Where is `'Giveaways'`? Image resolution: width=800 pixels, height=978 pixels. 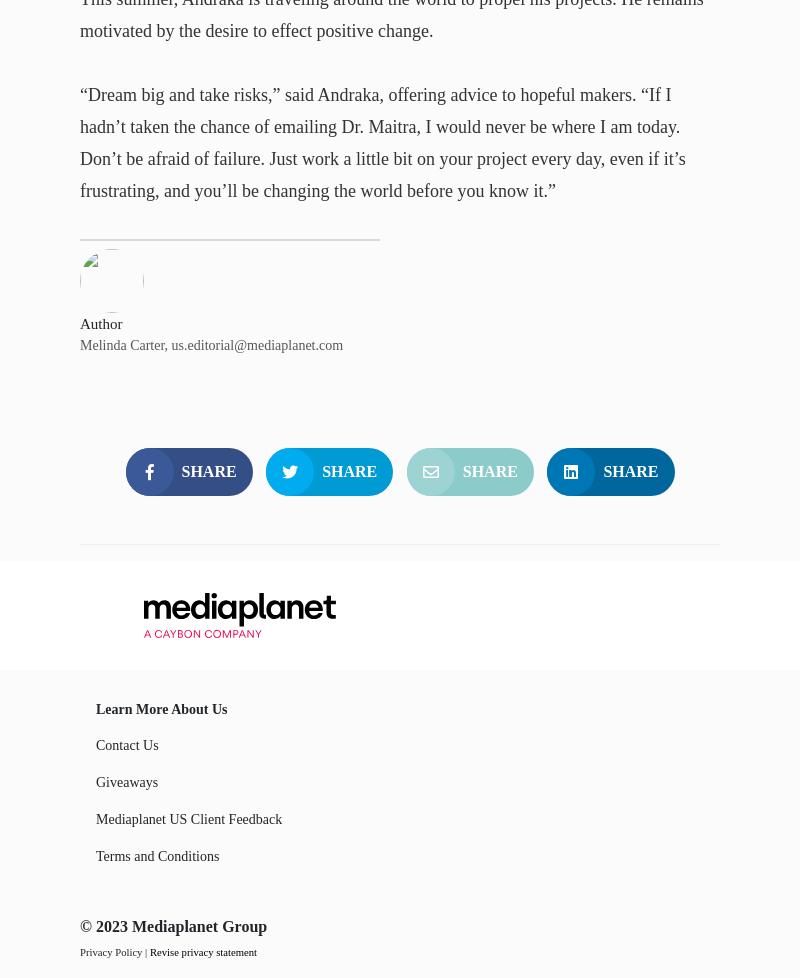 'Giveaways' is located at coordinates (126, 780).